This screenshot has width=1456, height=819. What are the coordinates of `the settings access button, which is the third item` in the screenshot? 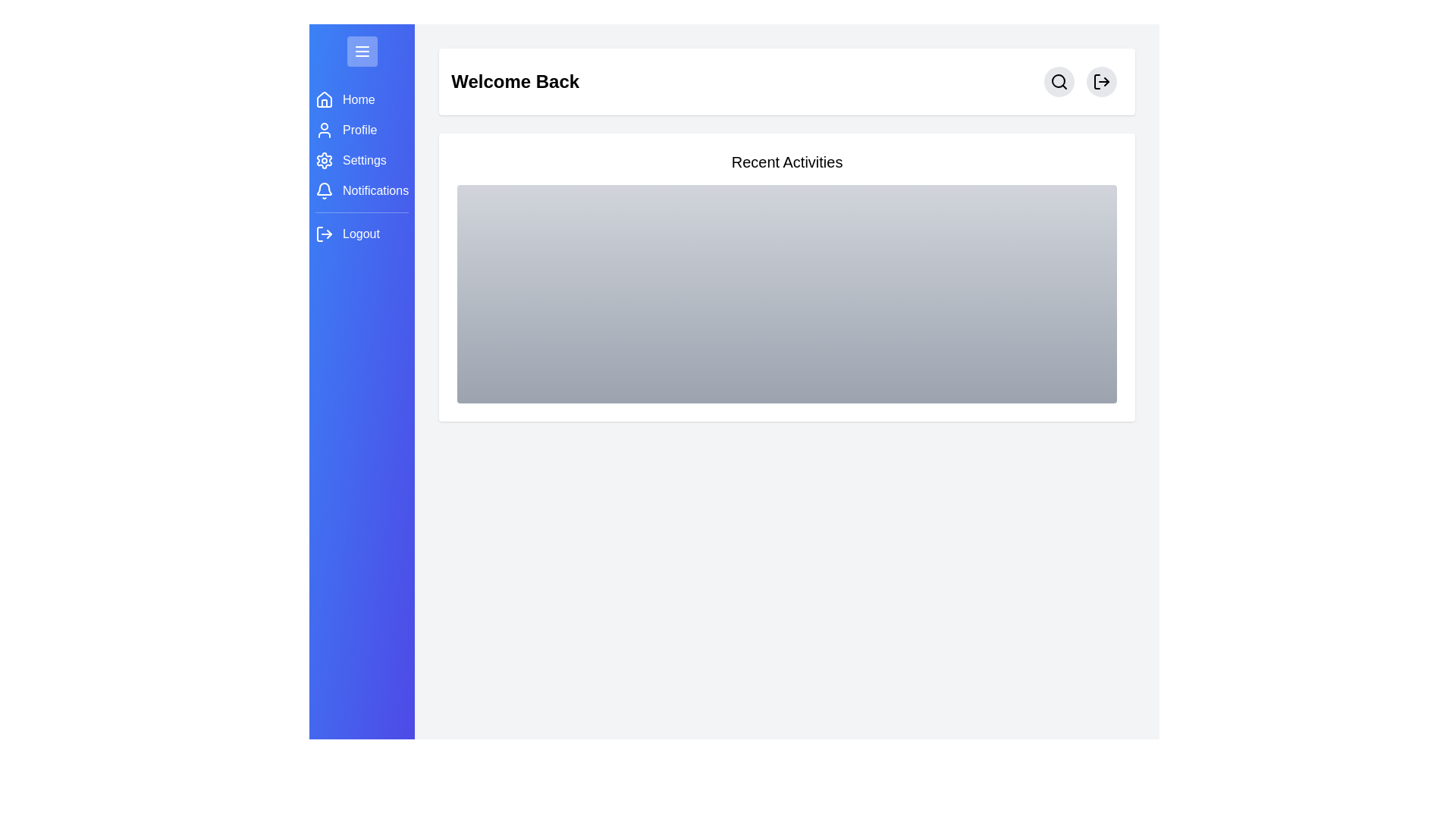 It's located at (361, 161).